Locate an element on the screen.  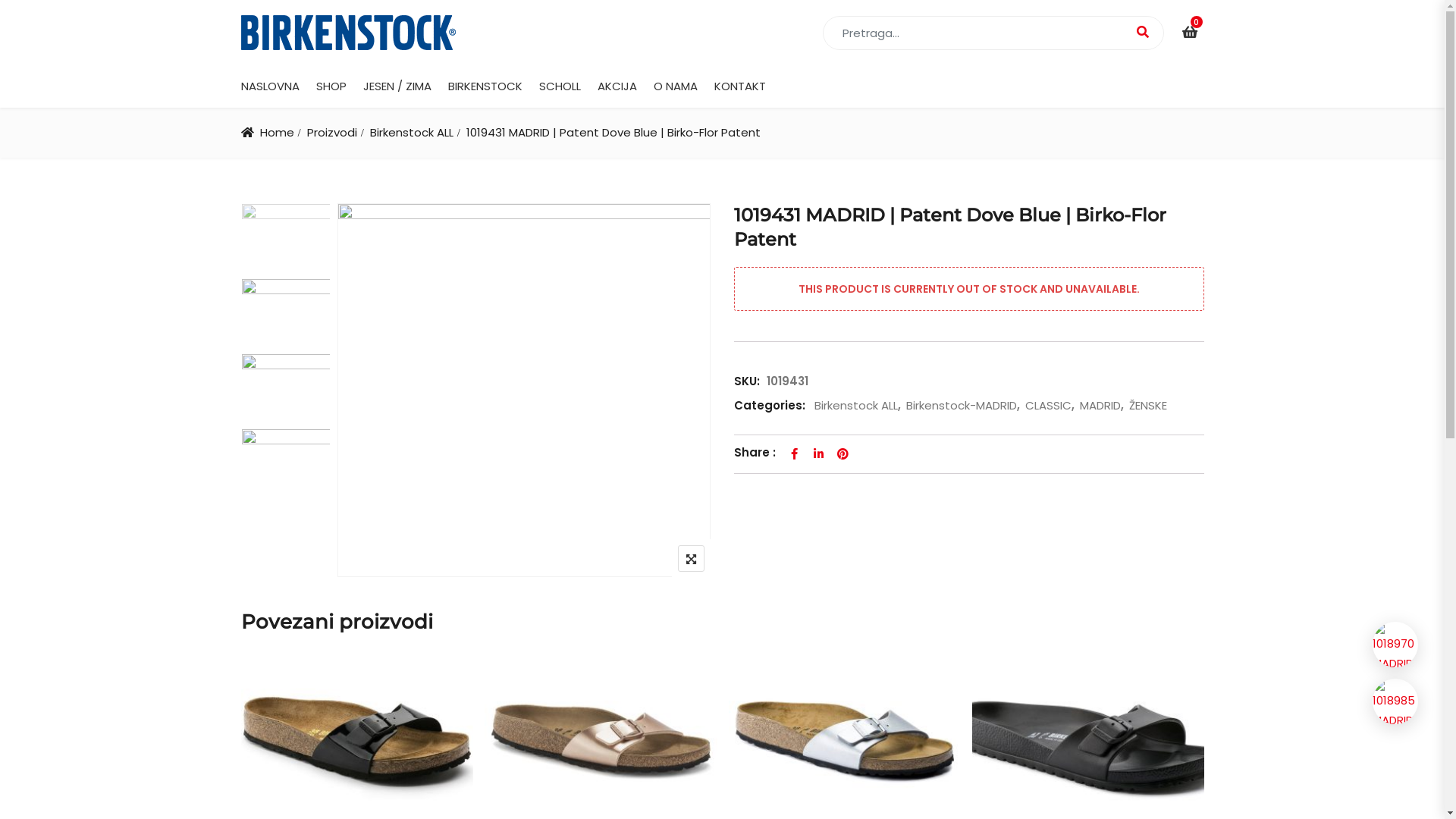
'JESEN / ZIMA' is located at coordinates (362, 86).